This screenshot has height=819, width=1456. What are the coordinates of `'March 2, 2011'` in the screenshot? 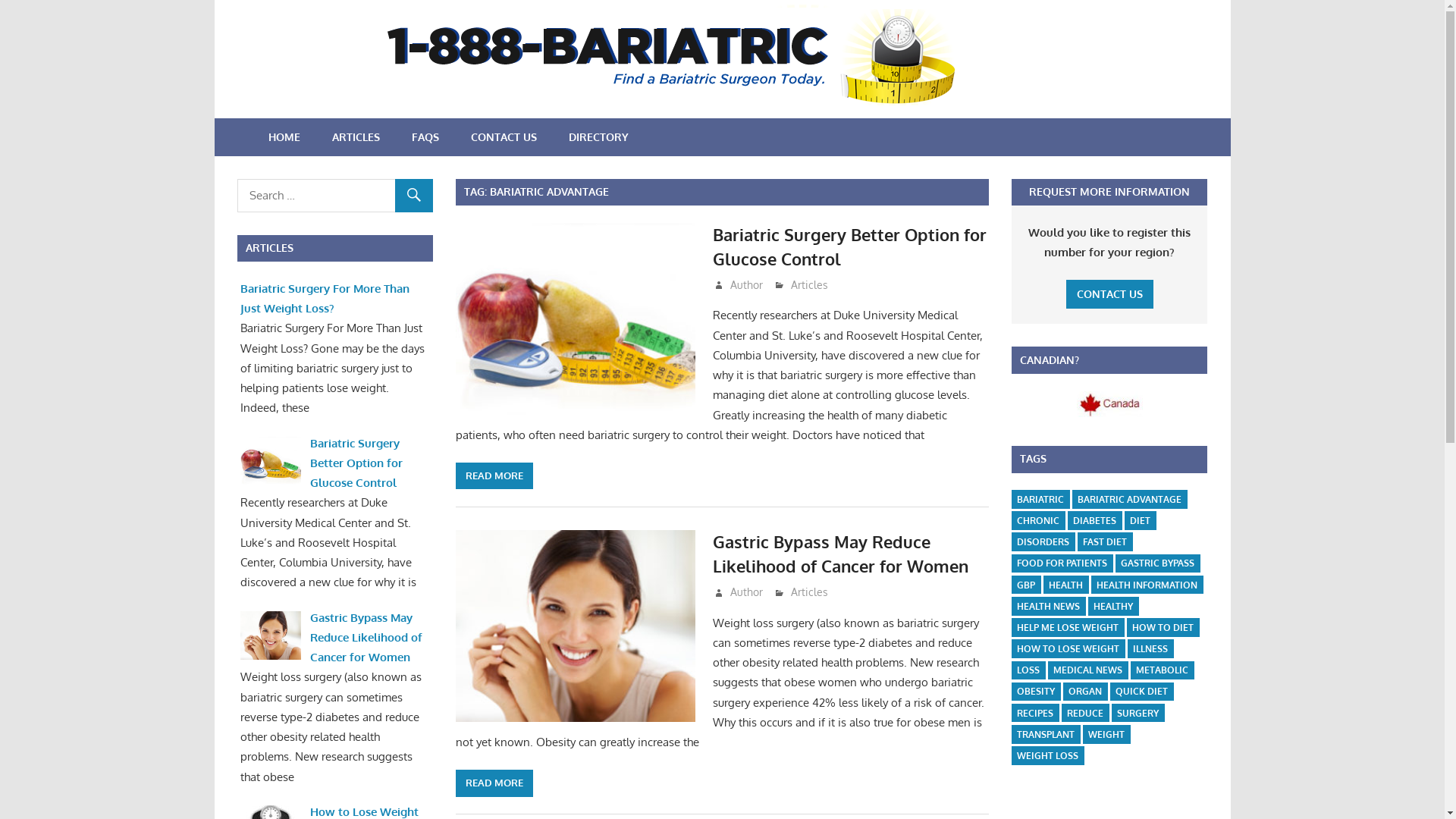 It's located at (726, 284).